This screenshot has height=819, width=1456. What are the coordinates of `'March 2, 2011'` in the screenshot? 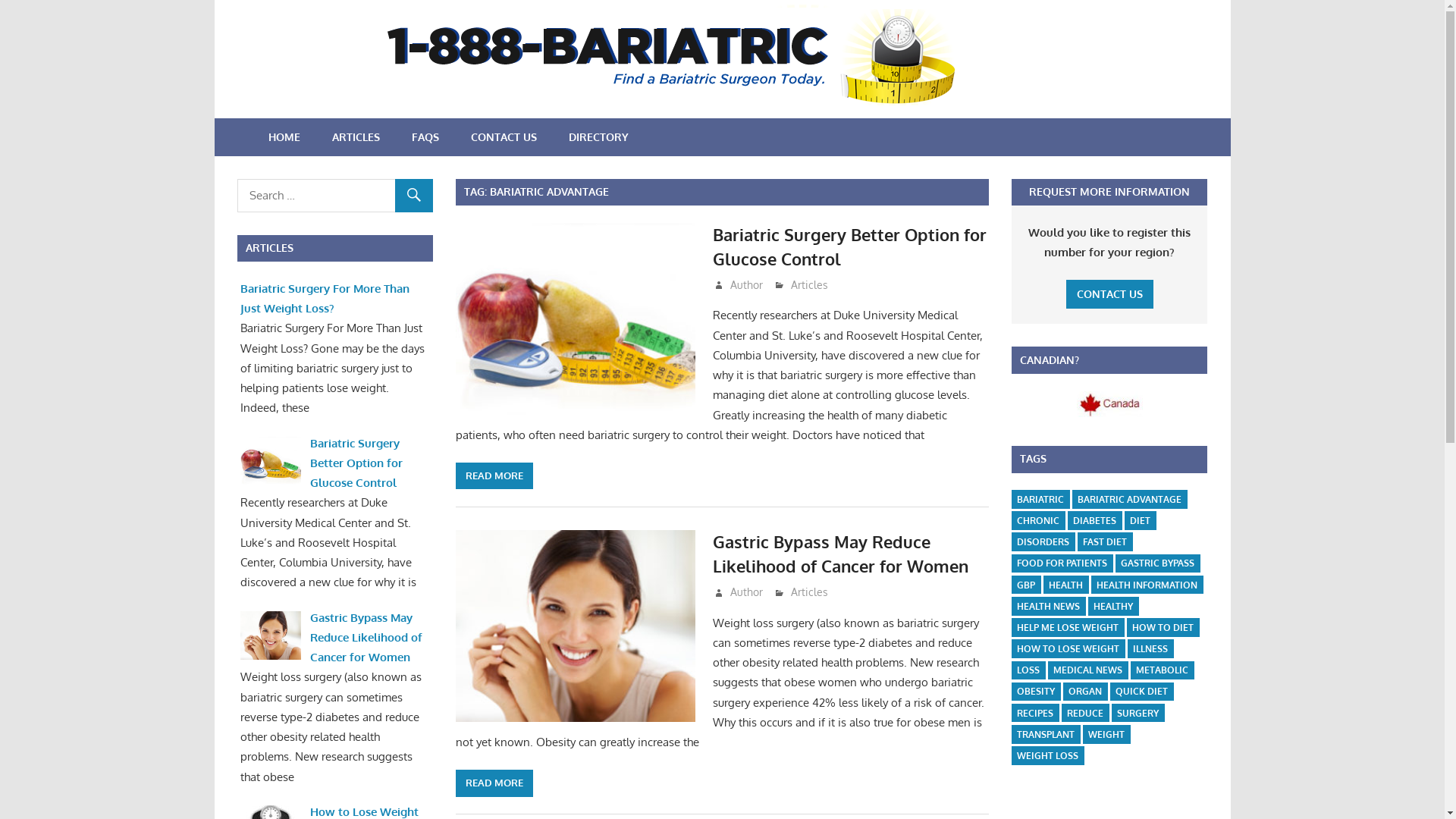 It's located at (726, 284).